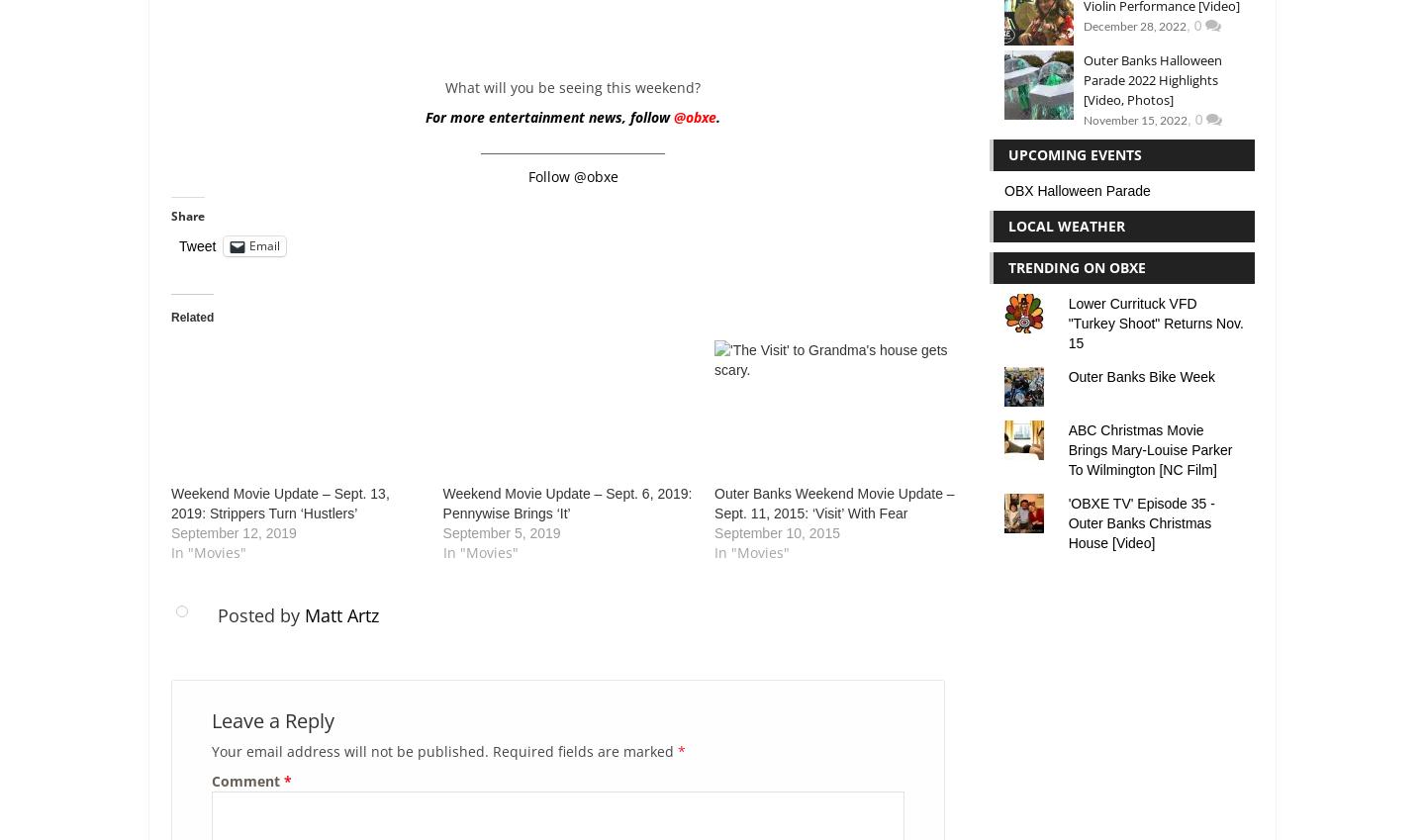 This screenshot has height=840, width=1425. I want to click on '.', so click(715, 116).